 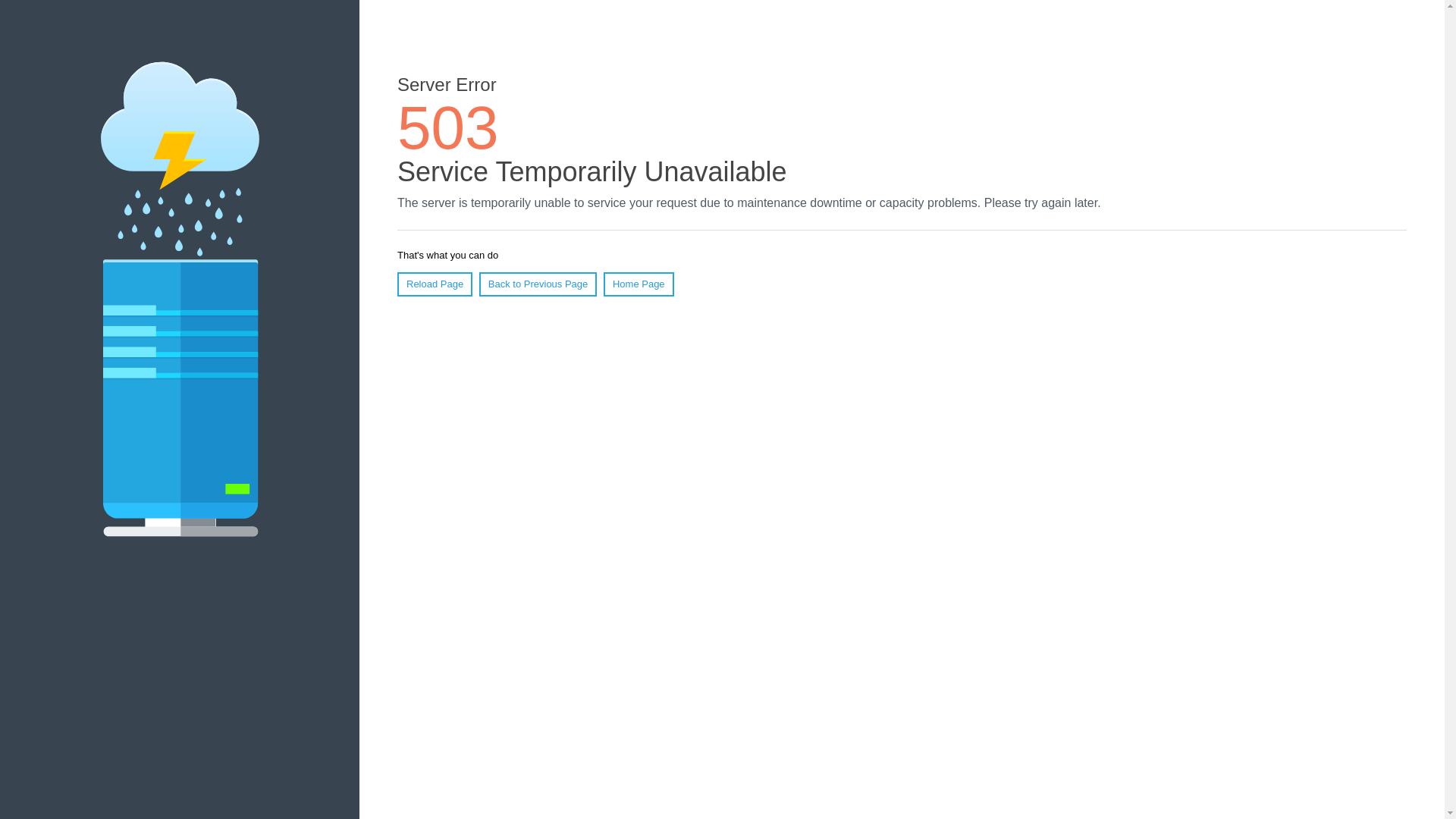 What do you see at coordinates (397, 284) in the screenshot?
I see `'Reload Page'` at bounding box center [397, 284].